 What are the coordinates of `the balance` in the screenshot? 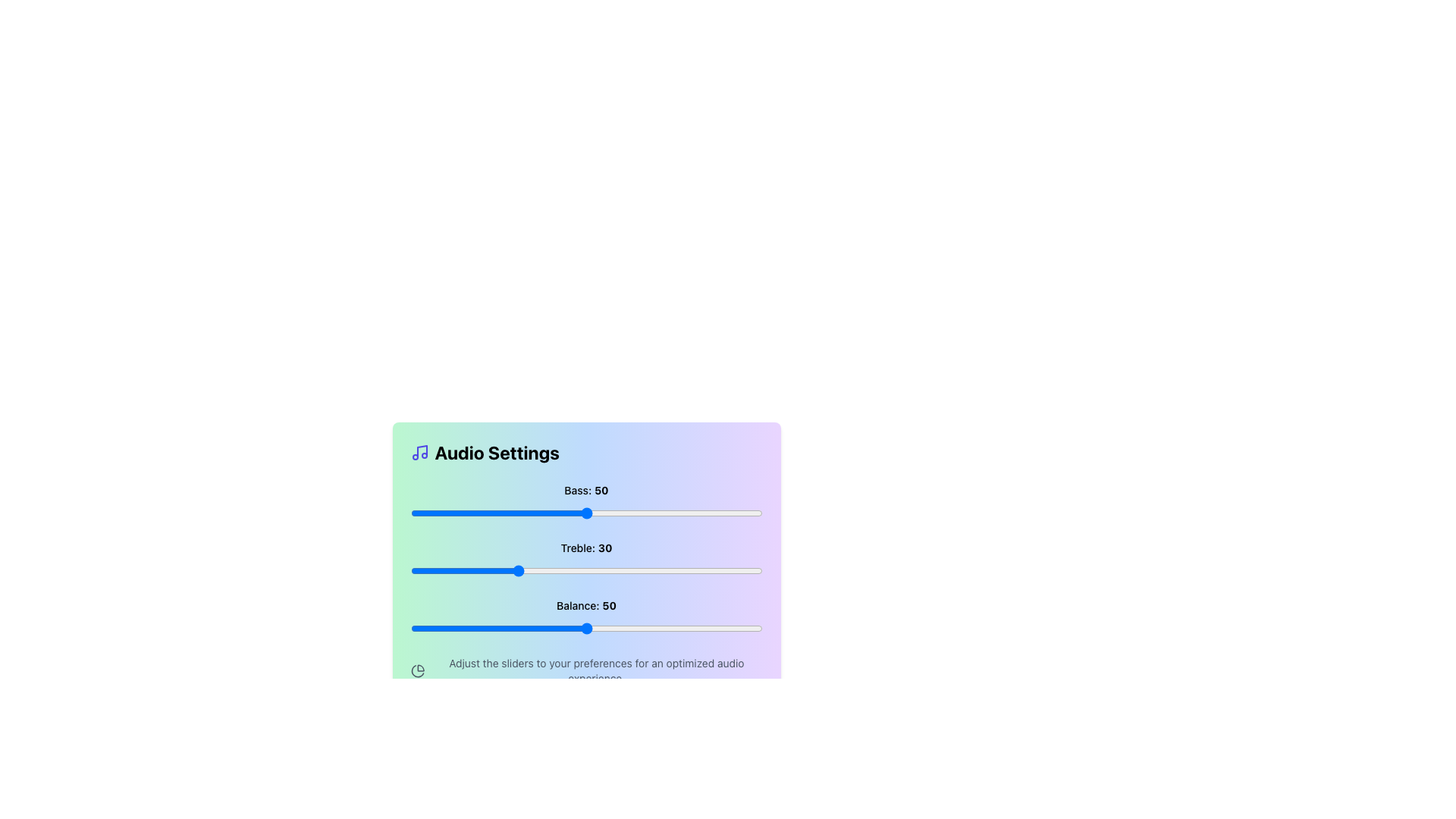 It's located at (695, 629).